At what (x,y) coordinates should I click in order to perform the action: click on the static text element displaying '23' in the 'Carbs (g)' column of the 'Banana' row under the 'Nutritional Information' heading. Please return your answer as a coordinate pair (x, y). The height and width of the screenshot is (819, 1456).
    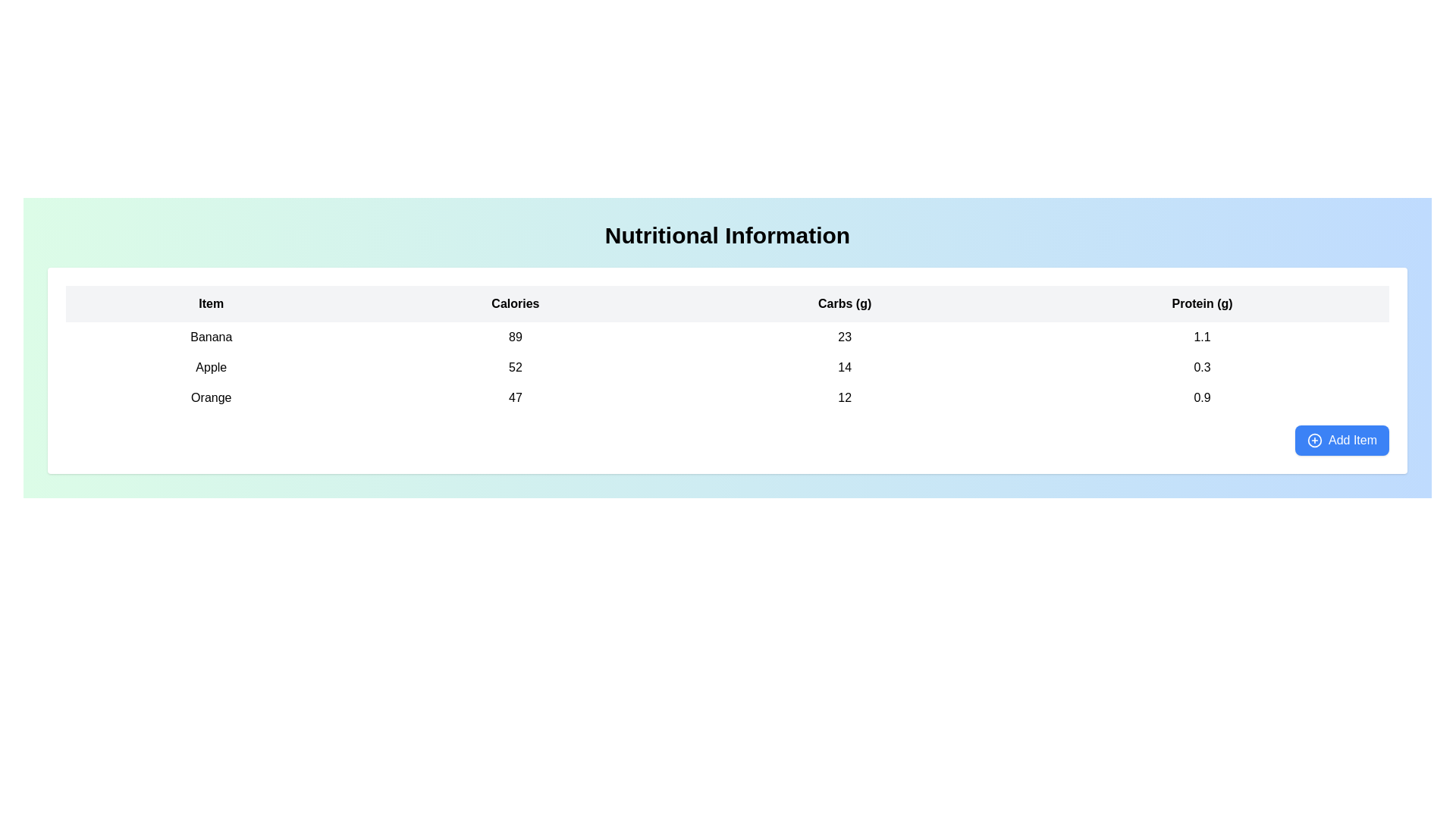
    Looking at the image, I should click on (844, 336).